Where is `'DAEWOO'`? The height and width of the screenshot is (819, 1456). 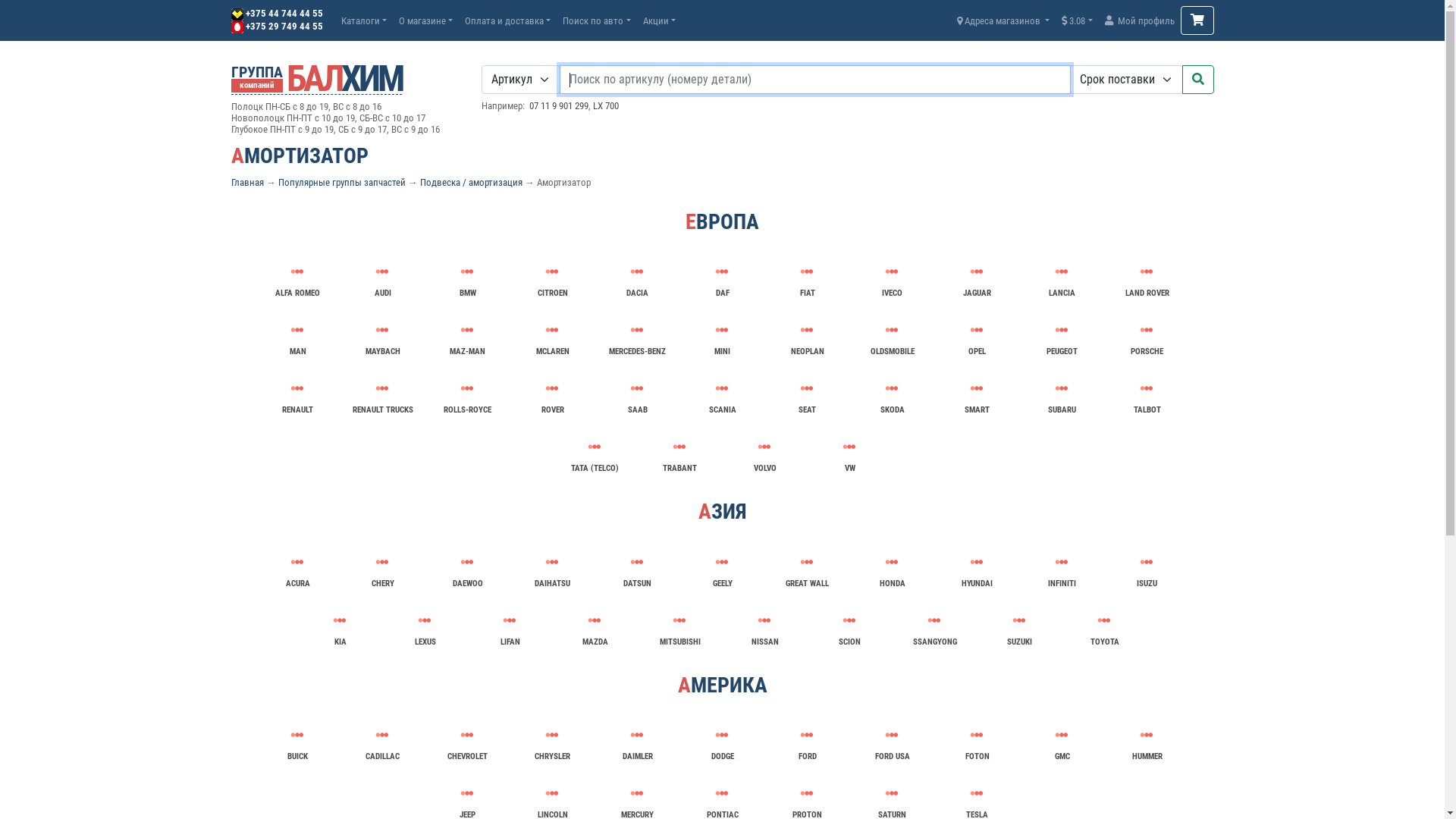 'DAEWOO' is located at coordinates (466, 567).